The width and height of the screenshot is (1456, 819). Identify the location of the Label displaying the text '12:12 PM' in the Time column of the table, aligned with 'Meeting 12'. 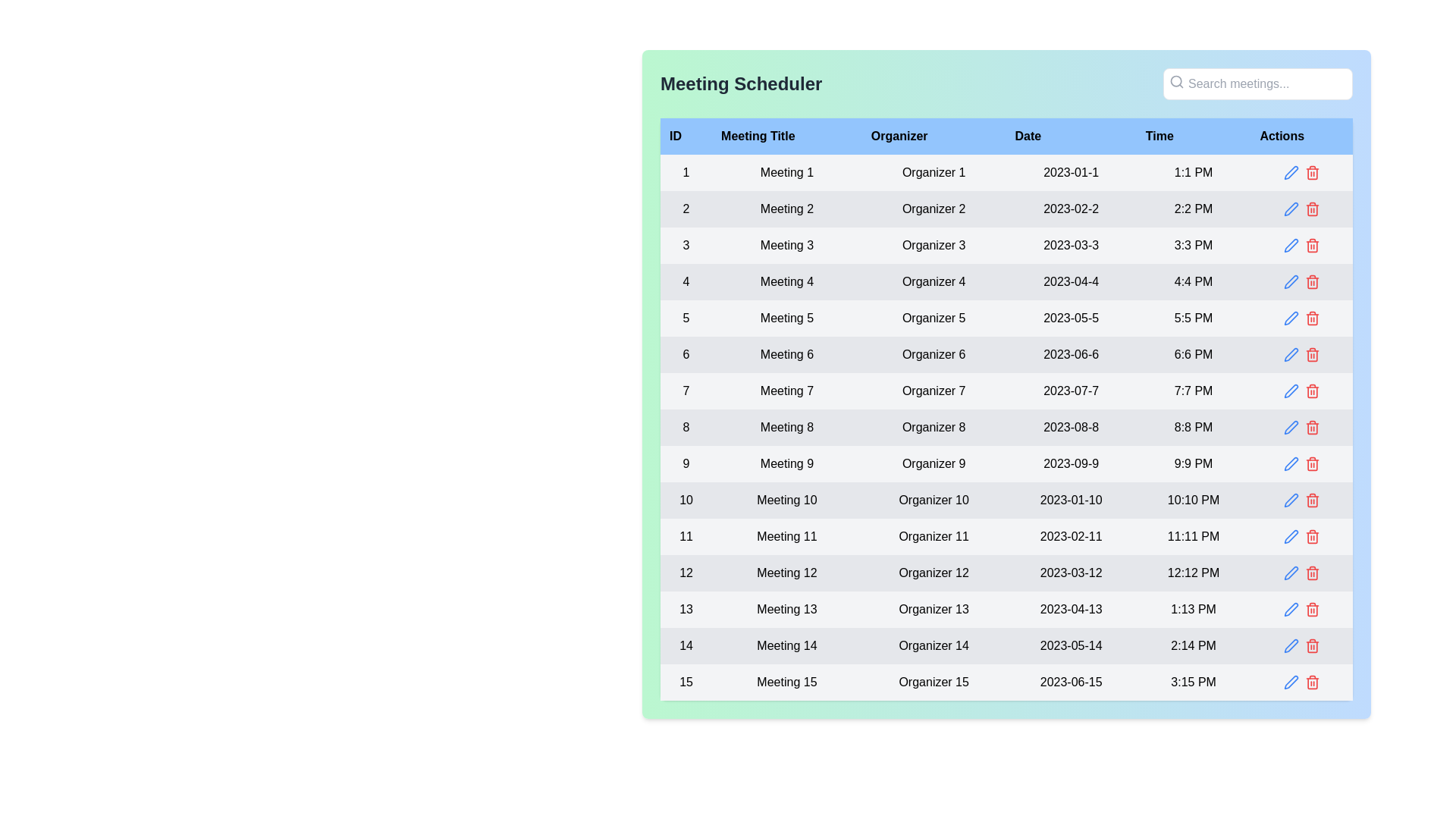
(1193, 573).